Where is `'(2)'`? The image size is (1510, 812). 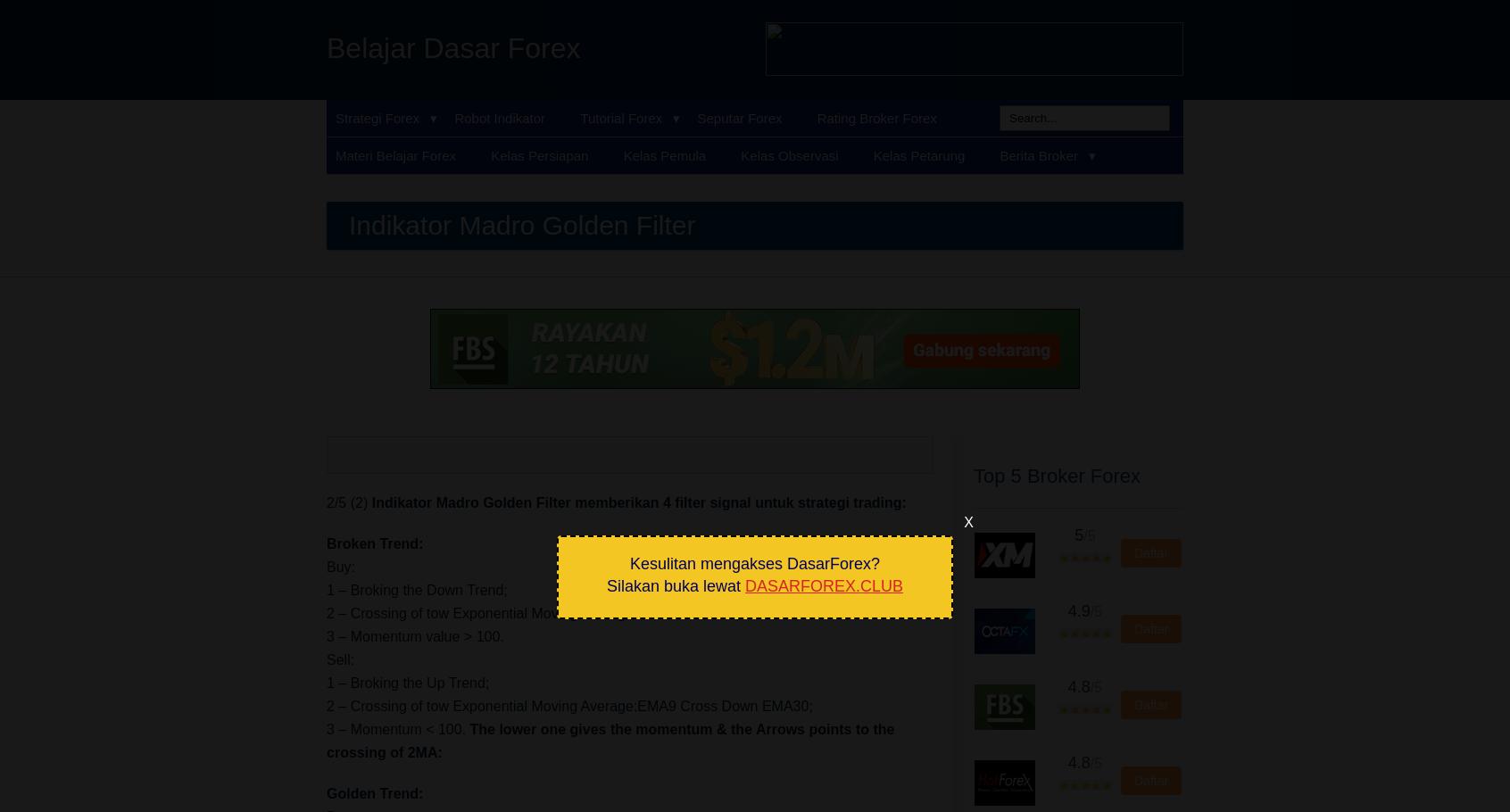 '(2)' is located at coordinates (361, 502).